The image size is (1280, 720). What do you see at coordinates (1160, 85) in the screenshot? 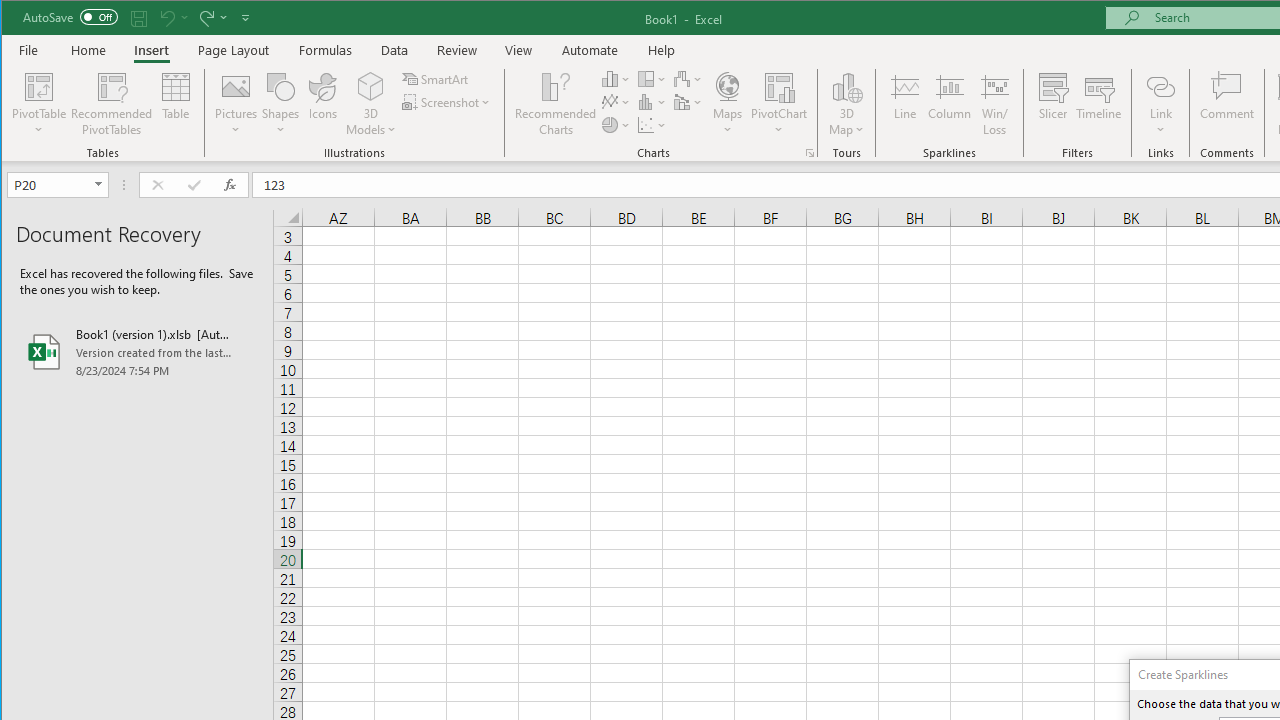
I see `'Link'` at bounding box center [1160, 85].